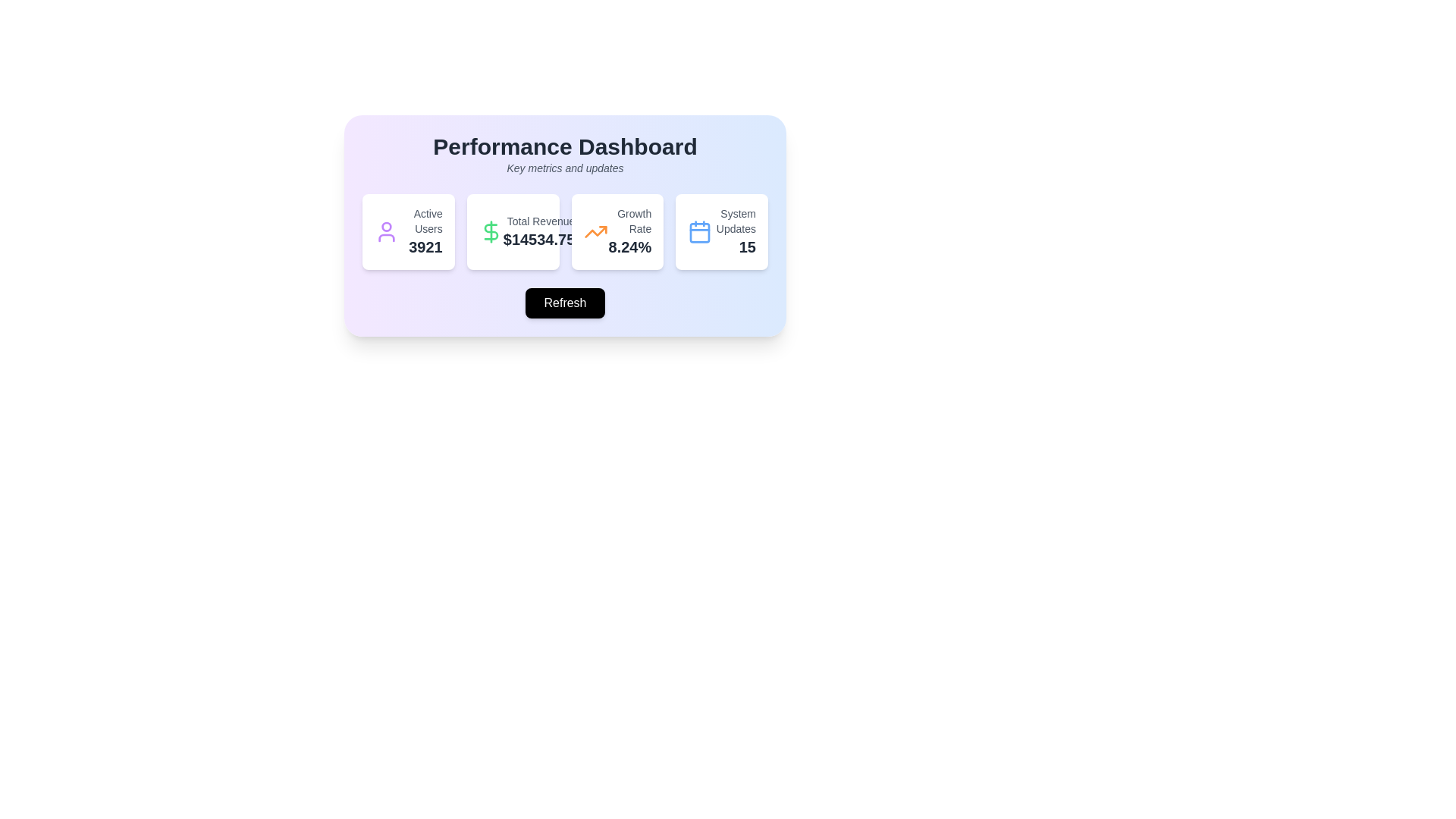 The image size is (1456, 819). What do you see at coordinates (386, 237) in the screenshot?
I see `the decorative icon component representing the lower part of the user icon in the dashboard interface` at bounding box center [386, 237].